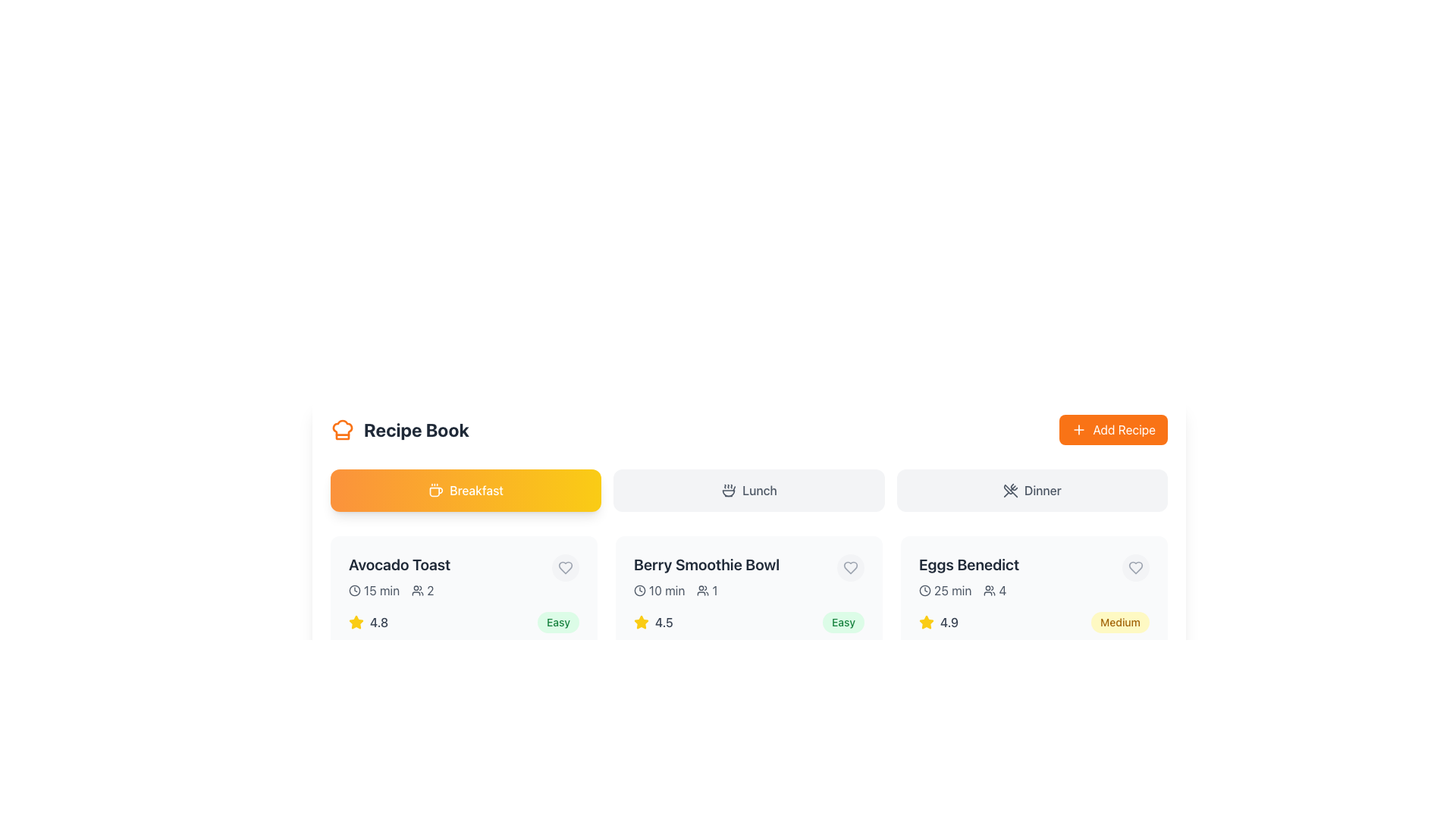  I want to click on the favorite icon button located at the top-right corner of the 'Eggs Benedict' recipe card to potentially see a tooltip, so click(1135, 567).